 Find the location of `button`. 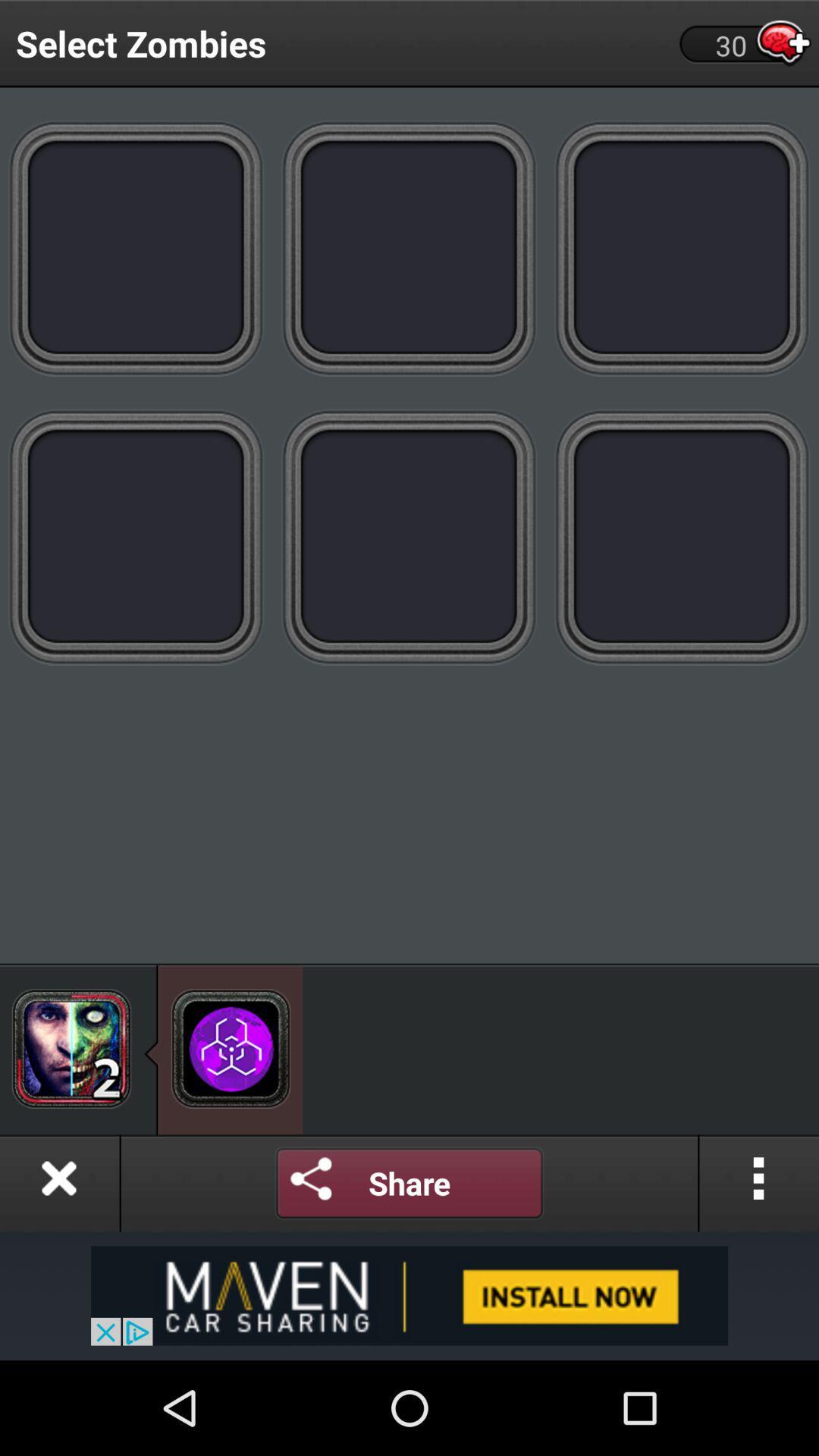

button is located at coordinates (58, 1182).